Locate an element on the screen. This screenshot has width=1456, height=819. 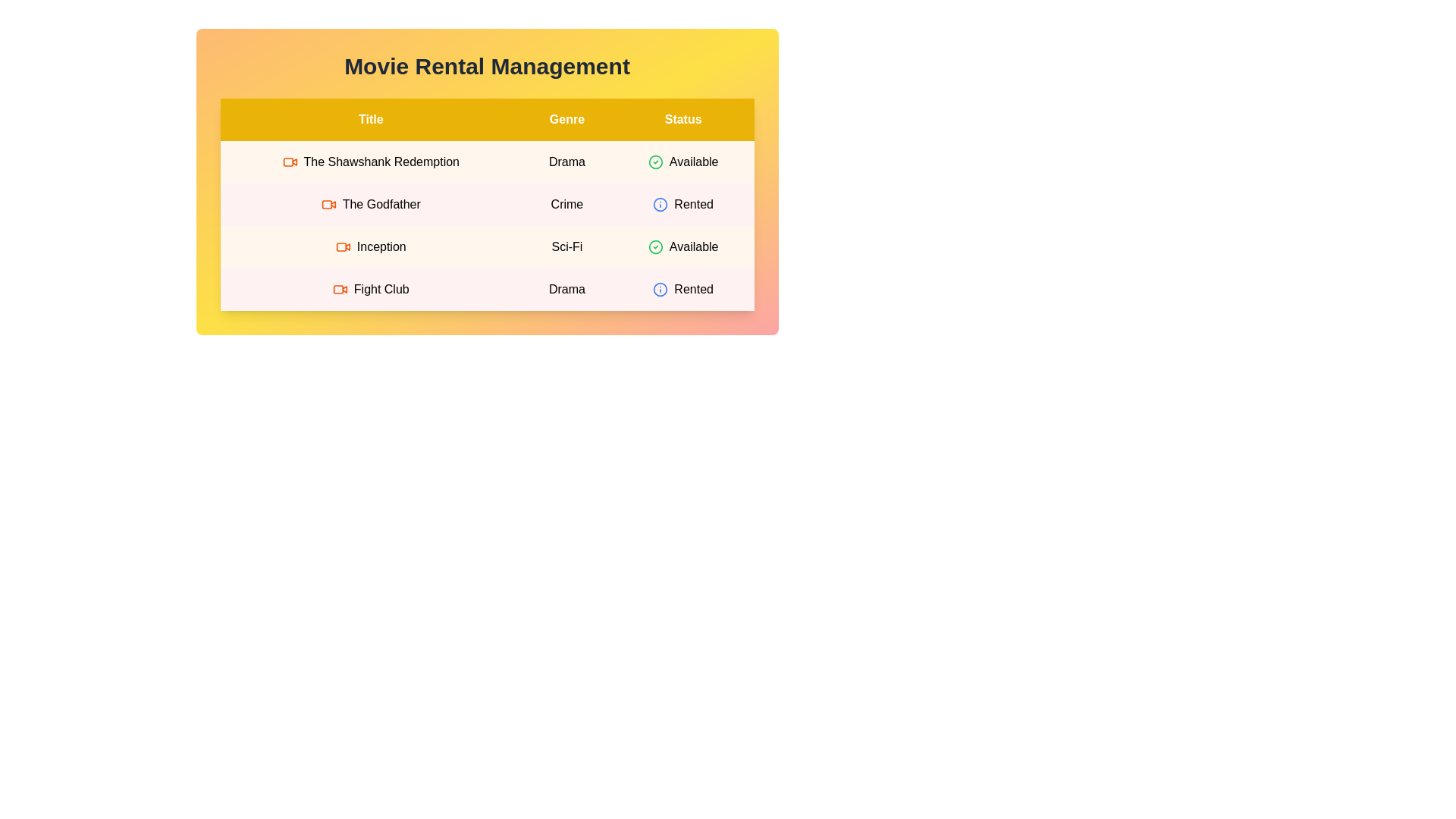
the status icon for the movie 'The Shawshank Redemption' to view its rental status details is located at coordinates (655, 162).